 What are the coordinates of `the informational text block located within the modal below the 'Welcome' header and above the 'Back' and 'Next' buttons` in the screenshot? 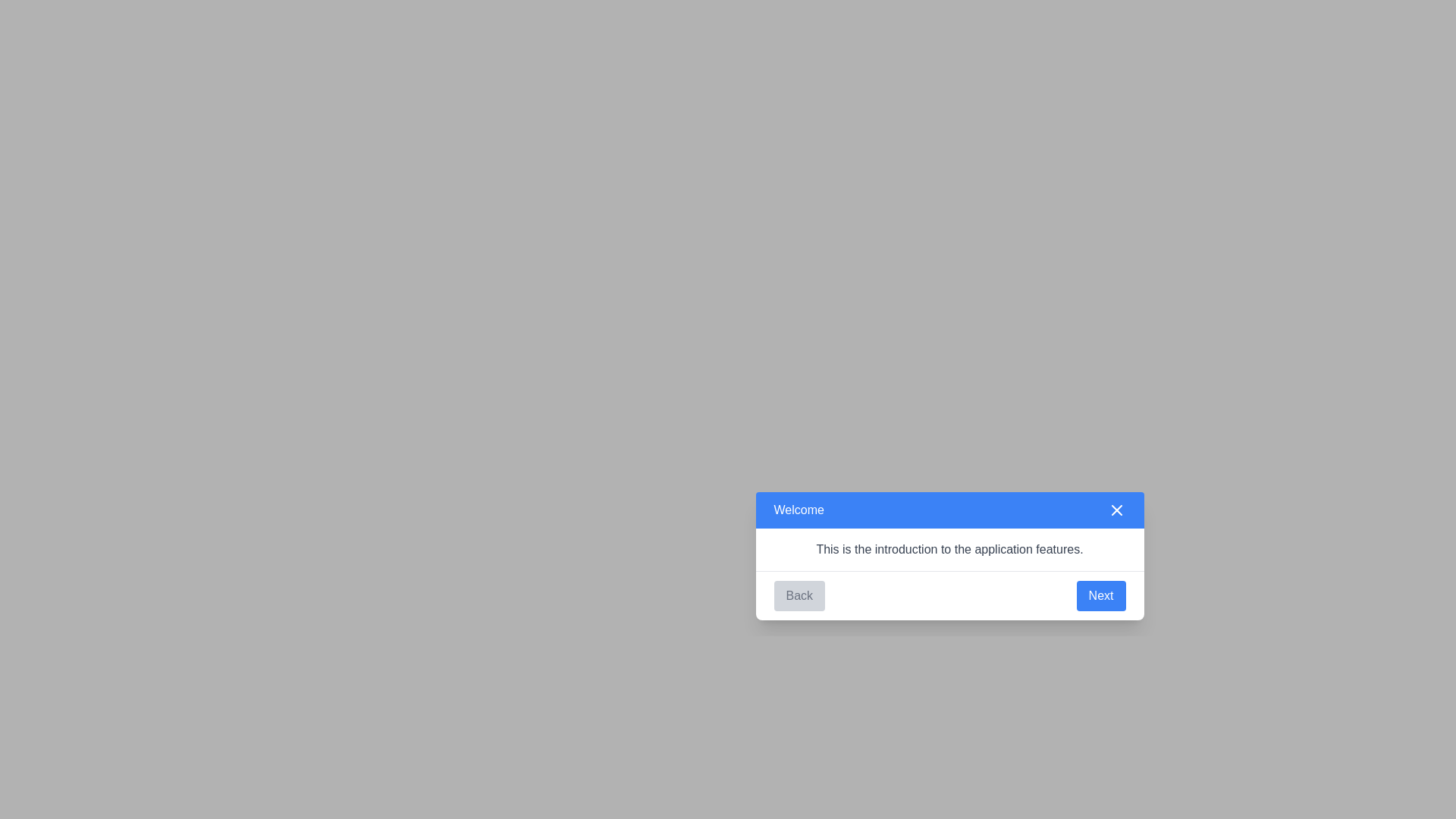 It's located at (949, 549).